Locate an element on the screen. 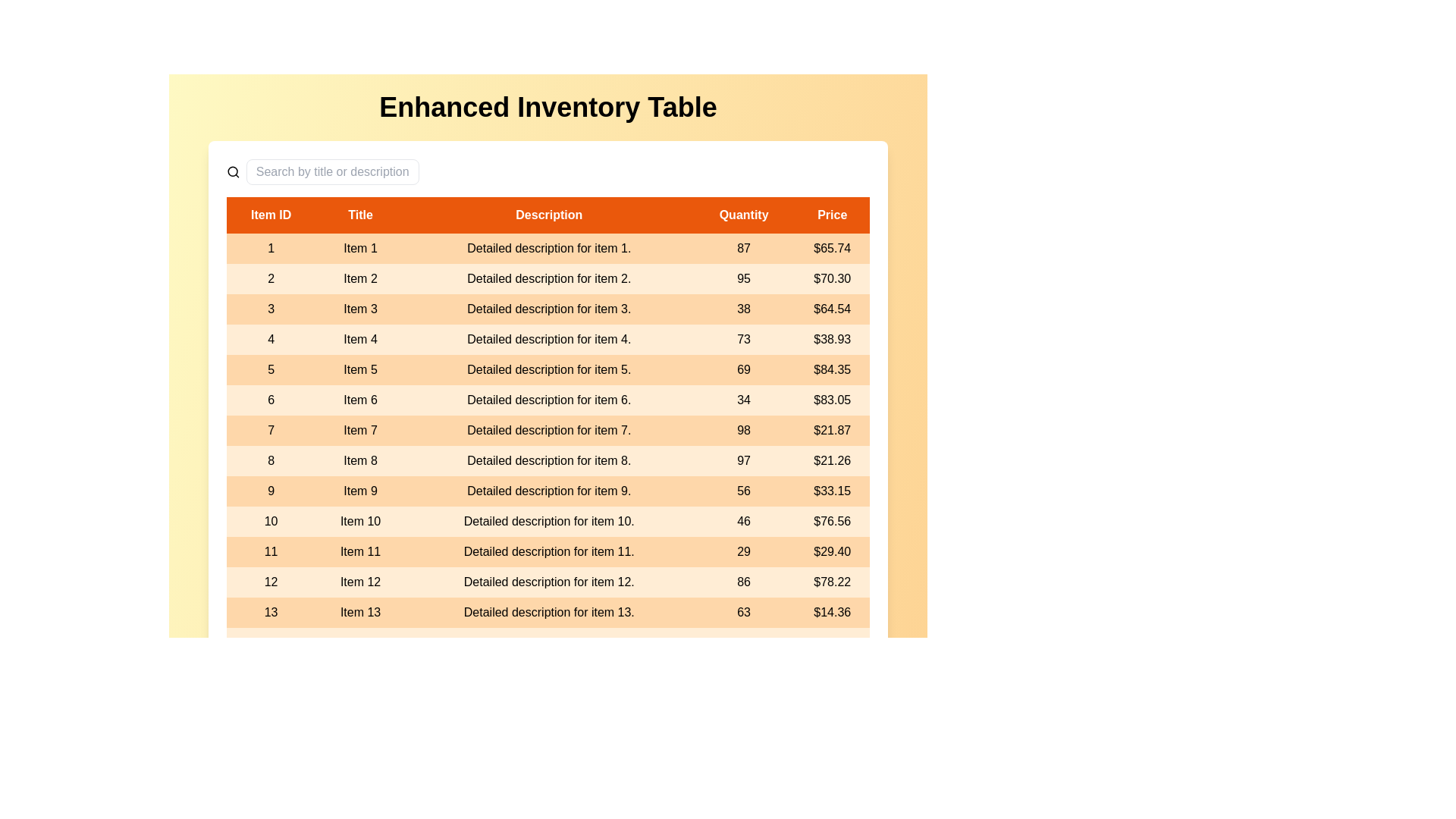 The height and width of the screenshot is (819, 1456). the column header Description to view additional information is located at coordinates (548, 215).